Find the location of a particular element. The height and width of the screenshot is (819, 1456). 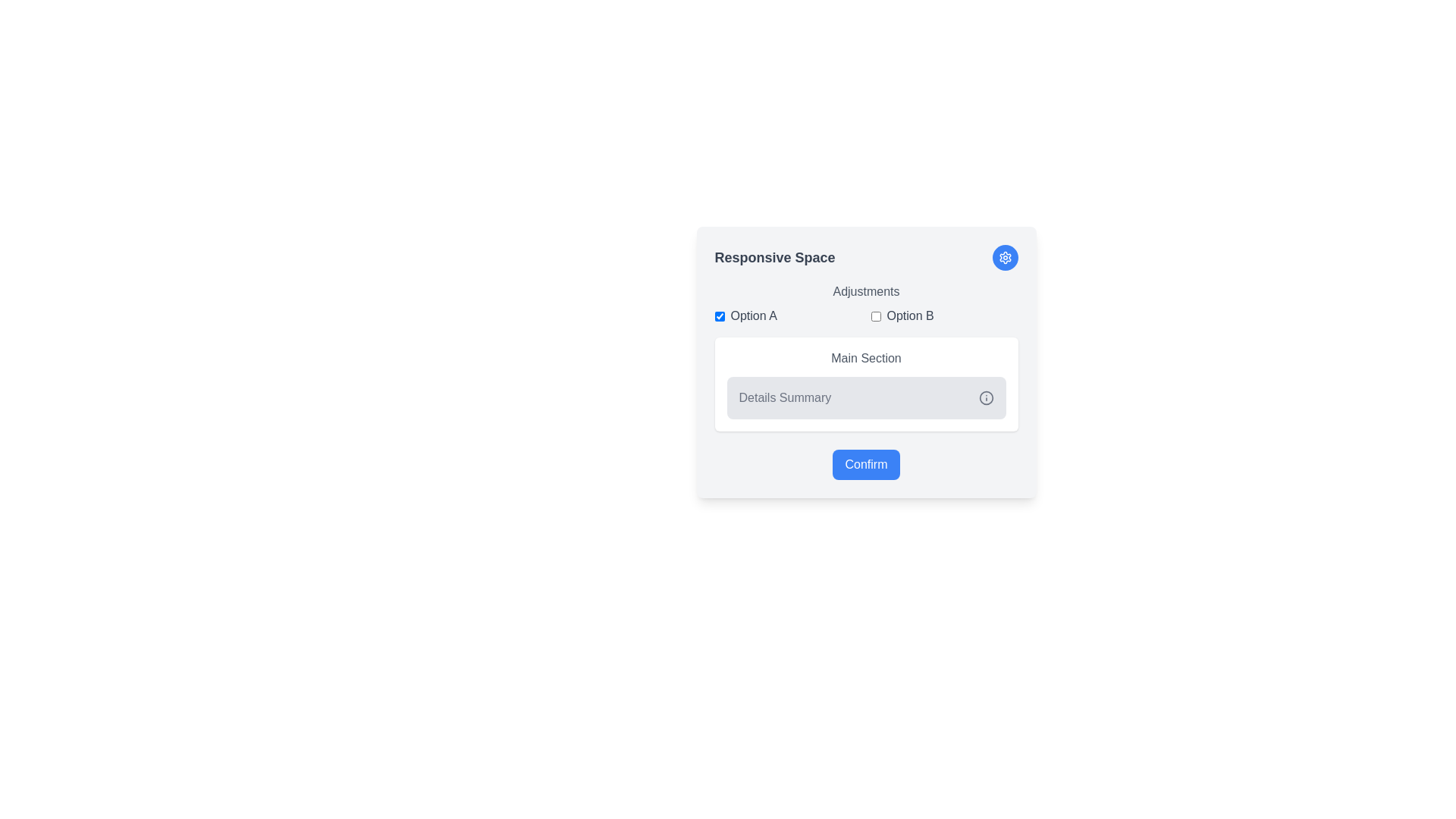

the cogwheel SVG icon located at the top-right corner of the modal window is located at coordinates (1005, 256).